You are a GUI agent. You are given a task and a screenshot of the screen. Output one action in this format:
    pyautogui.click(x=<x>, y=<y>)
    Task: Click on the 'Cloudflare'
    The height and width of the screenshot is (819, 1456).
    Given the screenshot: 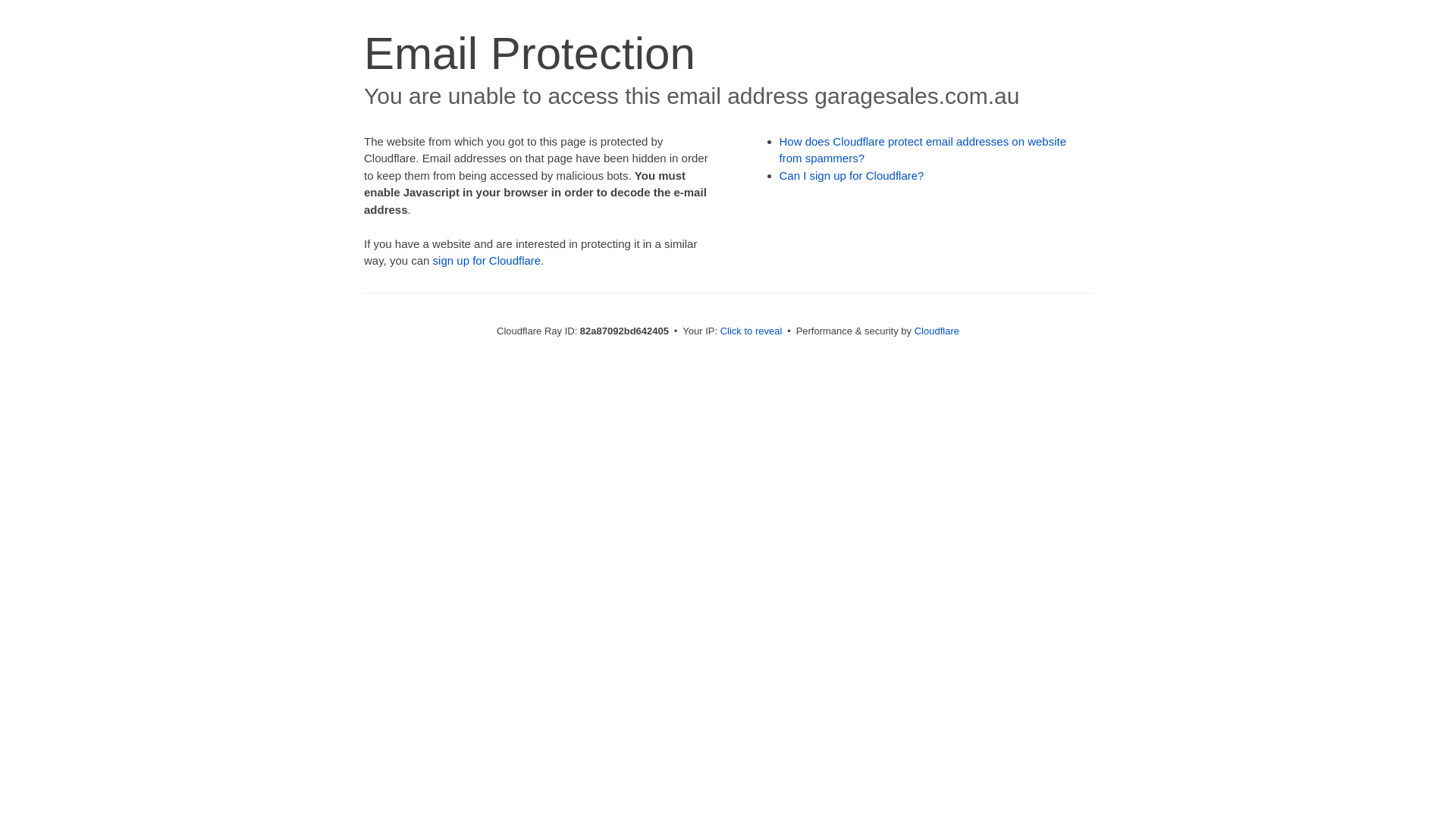 What is the action you would take?
    pyautogui.click(x=936, y=330)
    